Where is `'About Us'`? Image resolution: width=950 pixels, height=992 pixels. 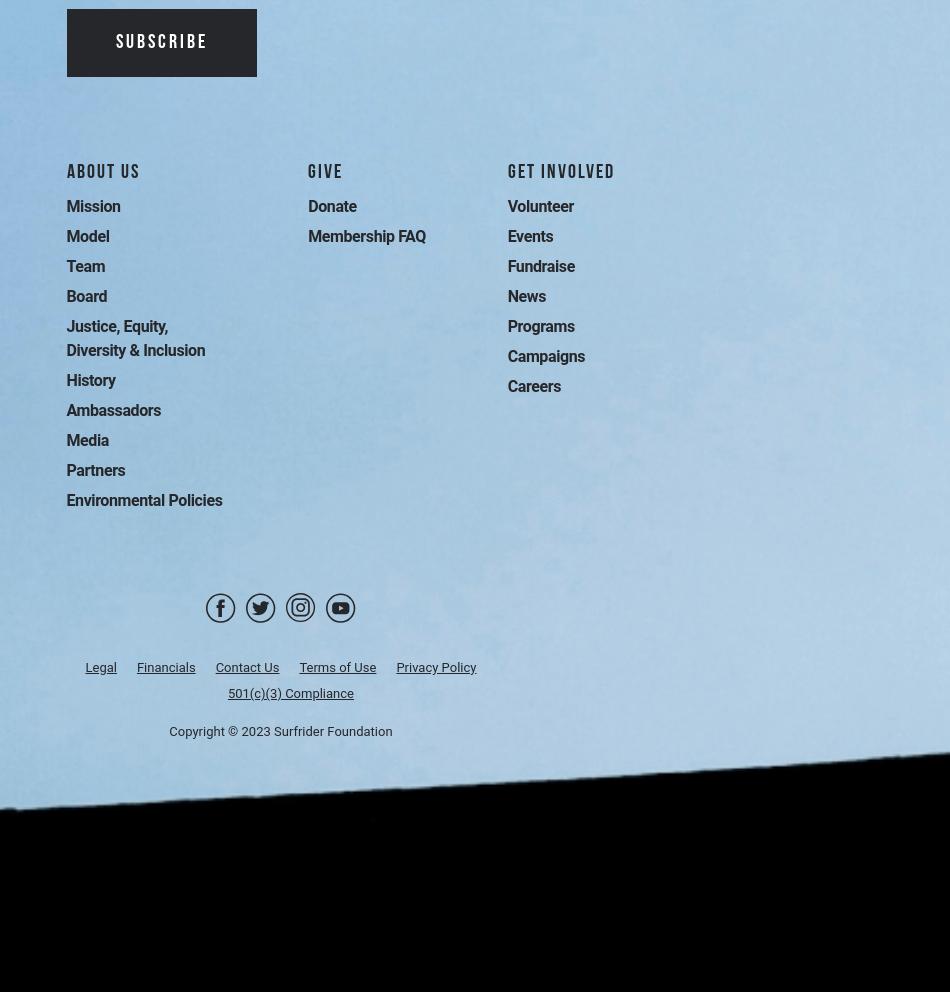 'About Us' is located at coordinates (66, 171).